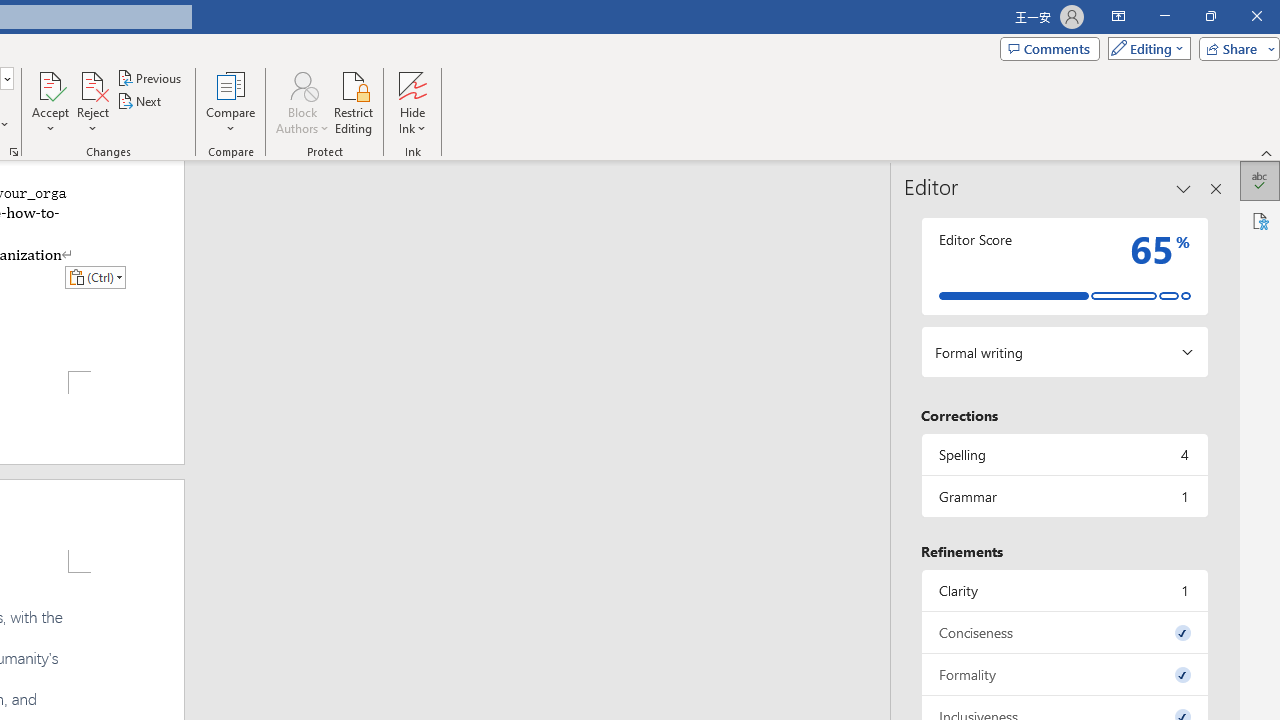 The width and height of the screenshot is (1280, 720). What do you see at coordinates (50, 84) in the screenshot?
I see `'Accept and Move to Next'` at bounding box center [50, 84].